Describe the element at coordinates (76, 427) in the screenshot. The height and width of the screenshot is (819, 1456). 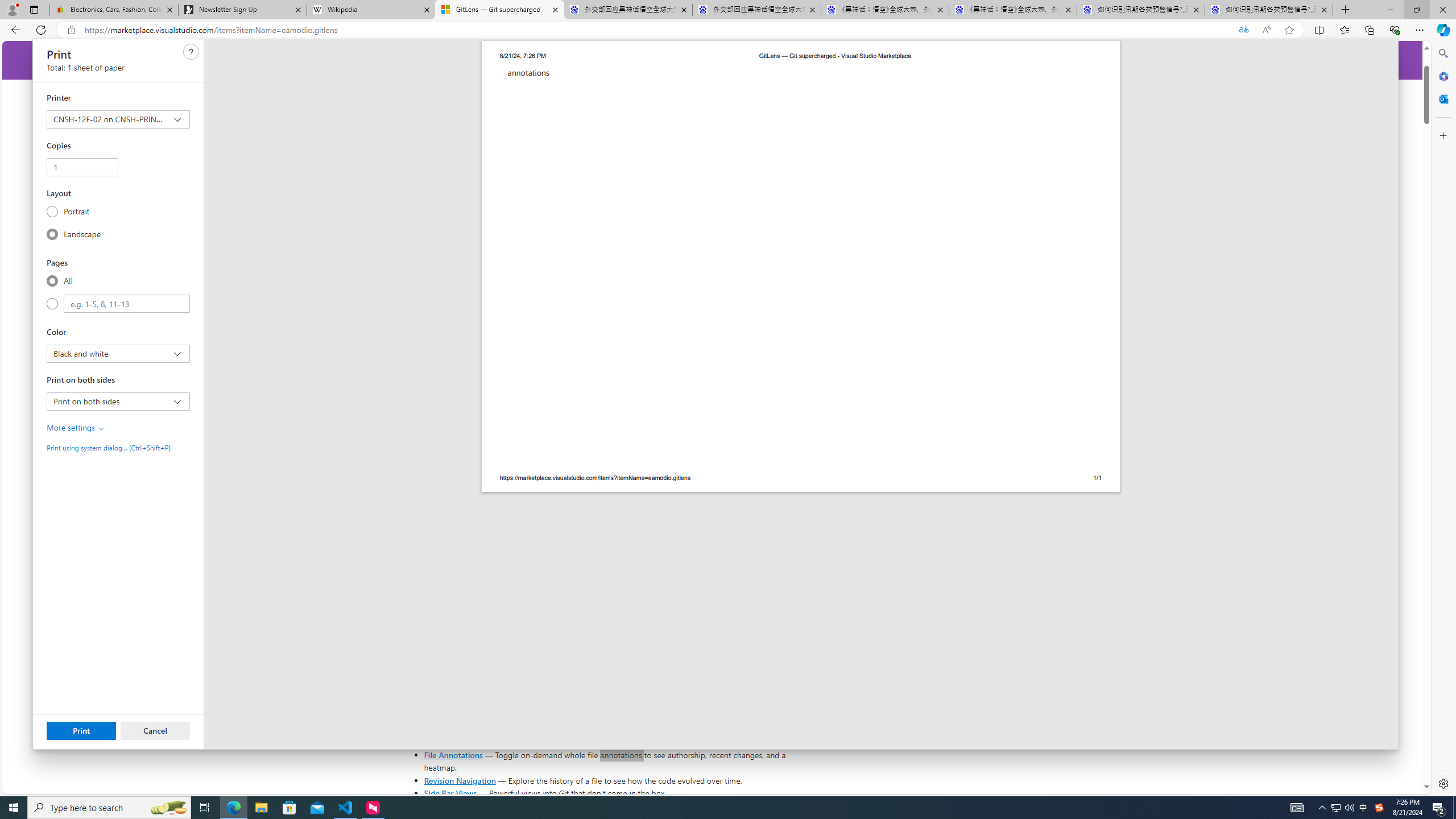
I see `'More settings'` at that location.